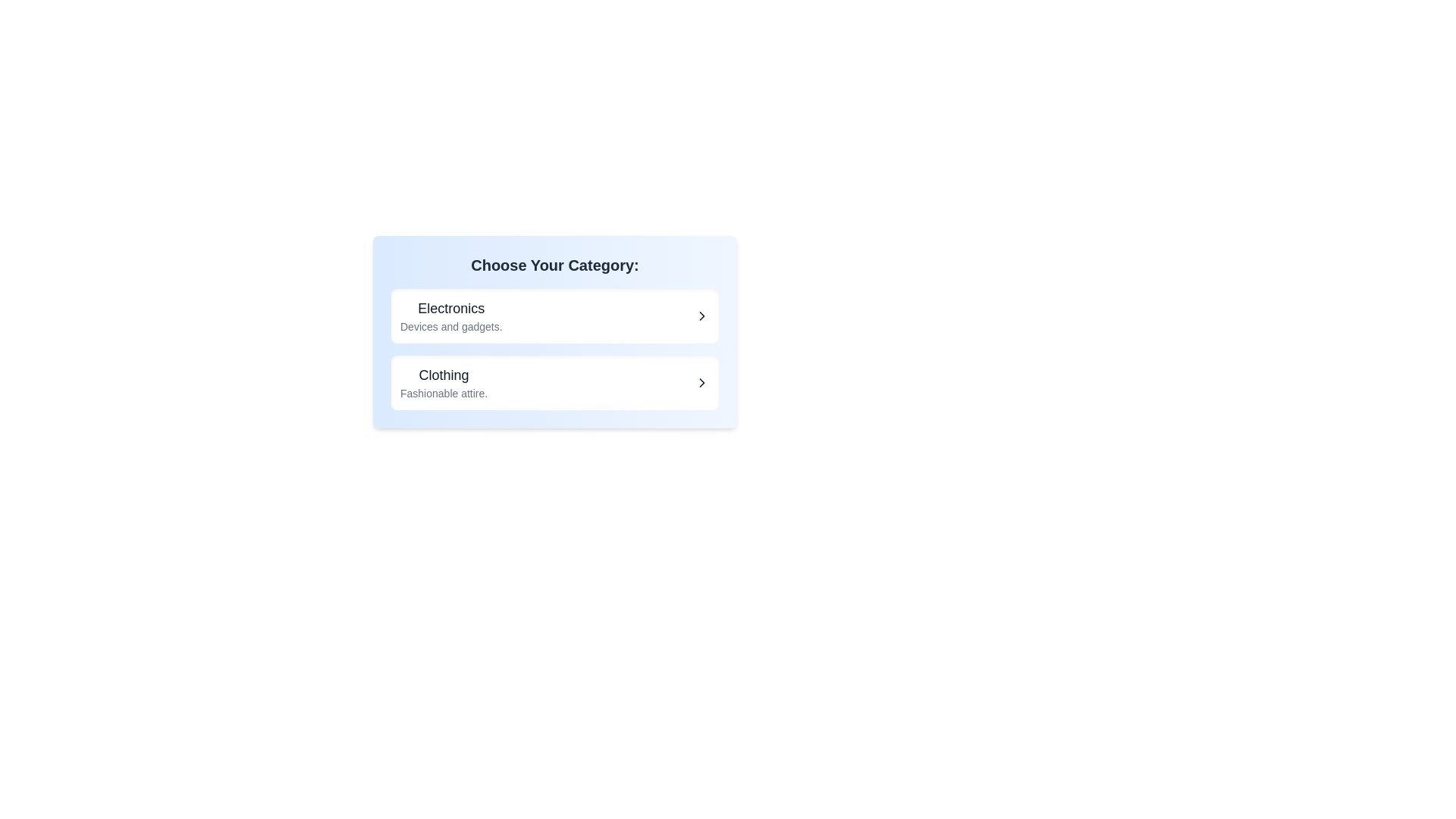 The width and height of the screenshot is (1456, 819). What do you see at coordinates (443, 393) in the screenshot?
I see `the descriptive text element providing additional information about the 'Clothing' category, located towards the lower middle area of the interface` at bounding box center [443, 393].